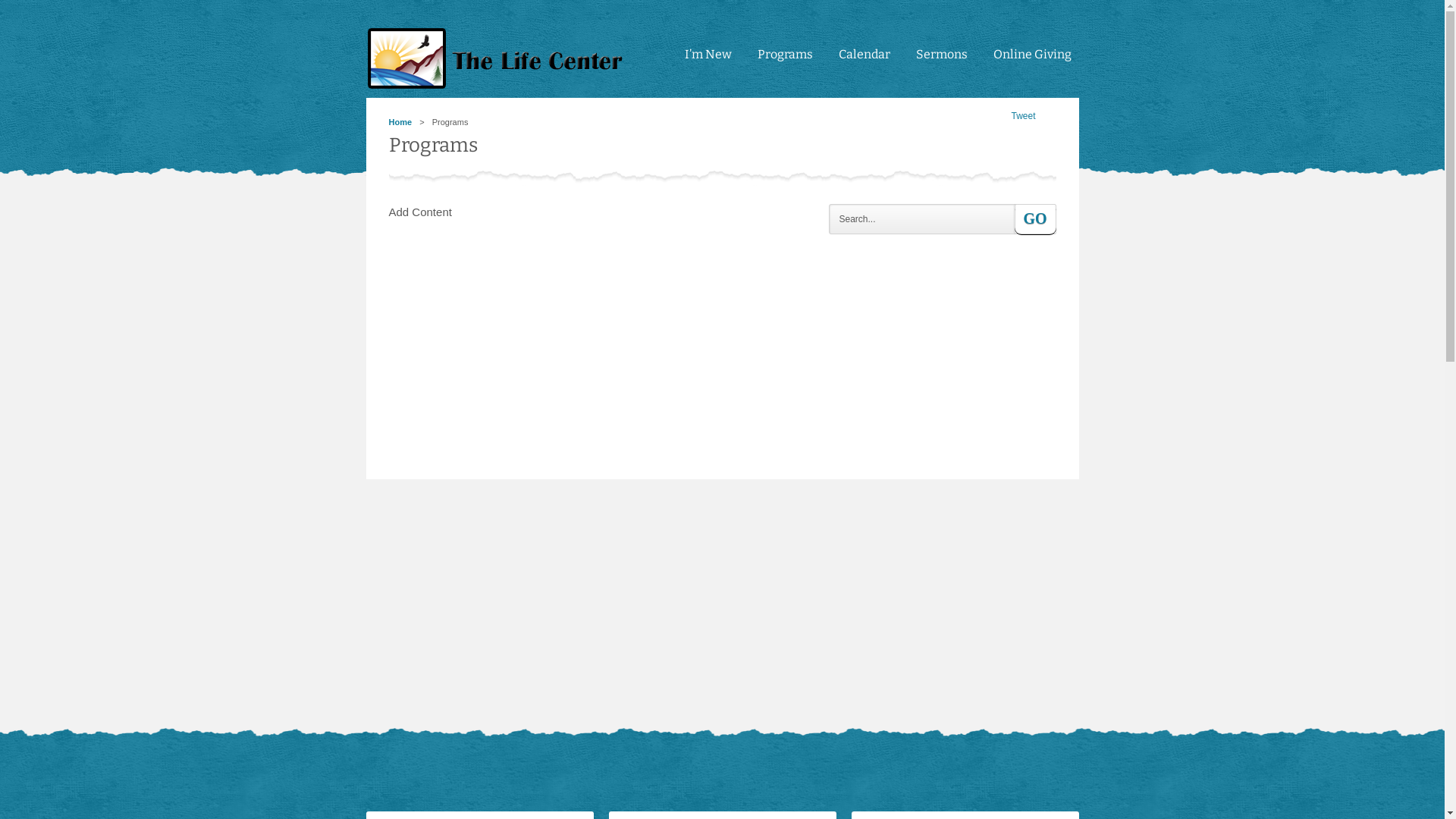 The image size is (1456, 819). Describe the element at coordinates (749, 61) in the screenshot. I see `'Programs'` at that location.